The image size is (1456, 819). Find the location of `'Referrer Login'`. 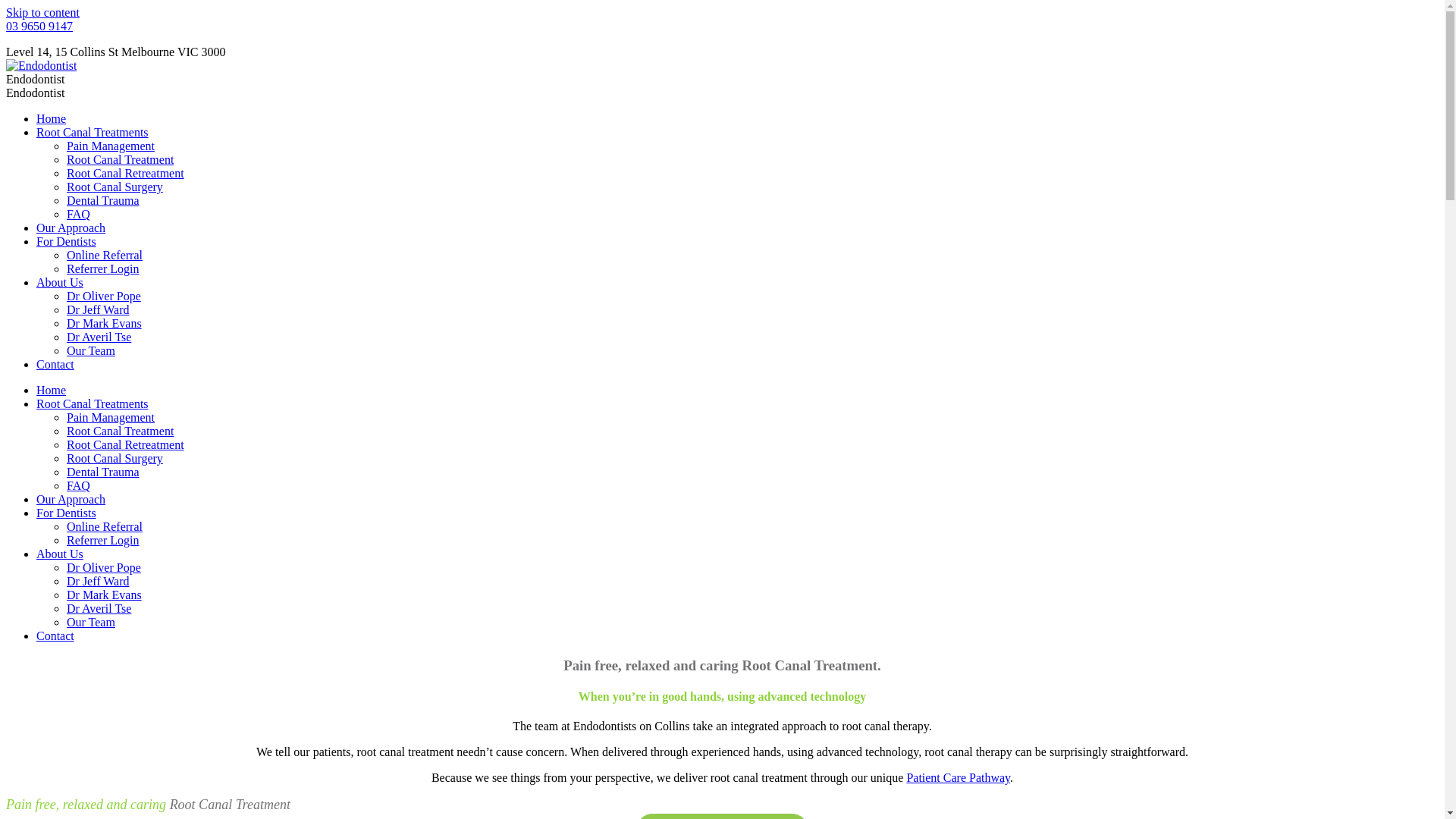

'Referrer Login' is located at coordinates (65, 539).